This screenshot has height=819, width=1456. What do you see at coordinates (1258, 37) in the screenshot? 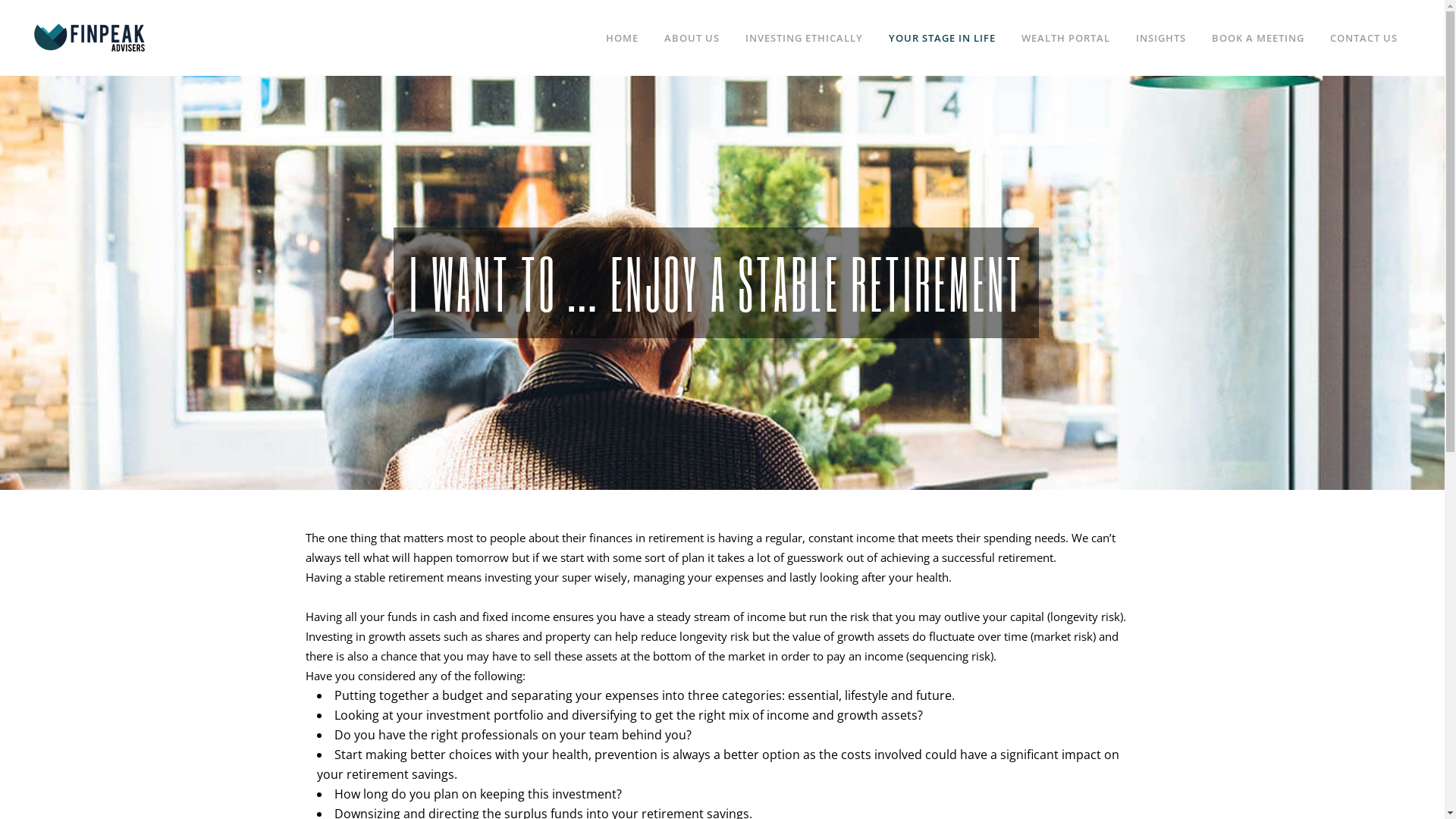
I see `'BOOK A MEETING'` at bounding box center [1258, 37].